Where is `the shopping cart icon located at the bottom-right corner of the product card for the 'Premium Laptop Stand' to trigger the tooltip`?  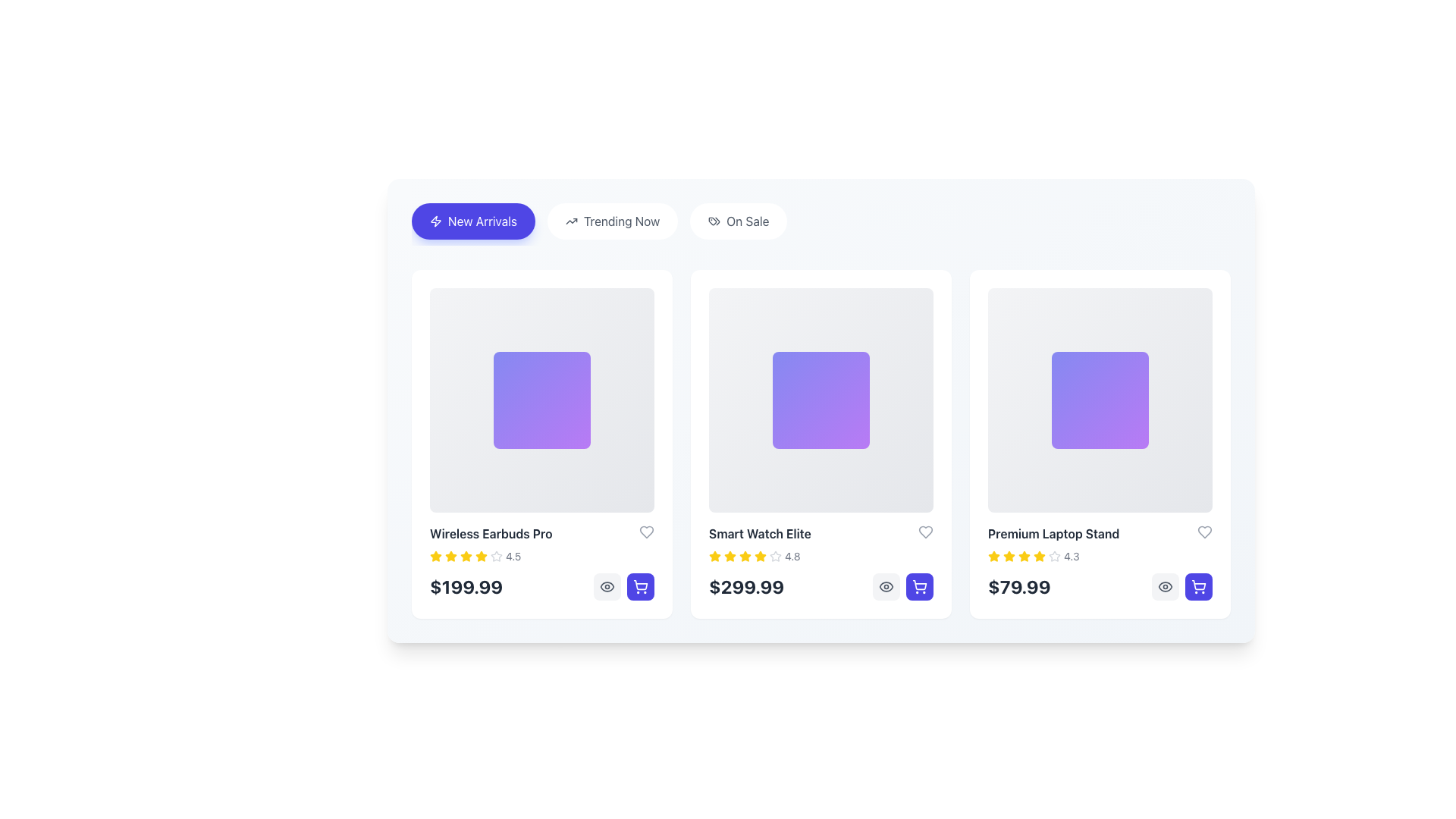
the shopping cart icon located at the bottom-right corner of the product card for the 'Premium Laptop Stand' to trigger the tooltip is located at coordinates (1197, 586).